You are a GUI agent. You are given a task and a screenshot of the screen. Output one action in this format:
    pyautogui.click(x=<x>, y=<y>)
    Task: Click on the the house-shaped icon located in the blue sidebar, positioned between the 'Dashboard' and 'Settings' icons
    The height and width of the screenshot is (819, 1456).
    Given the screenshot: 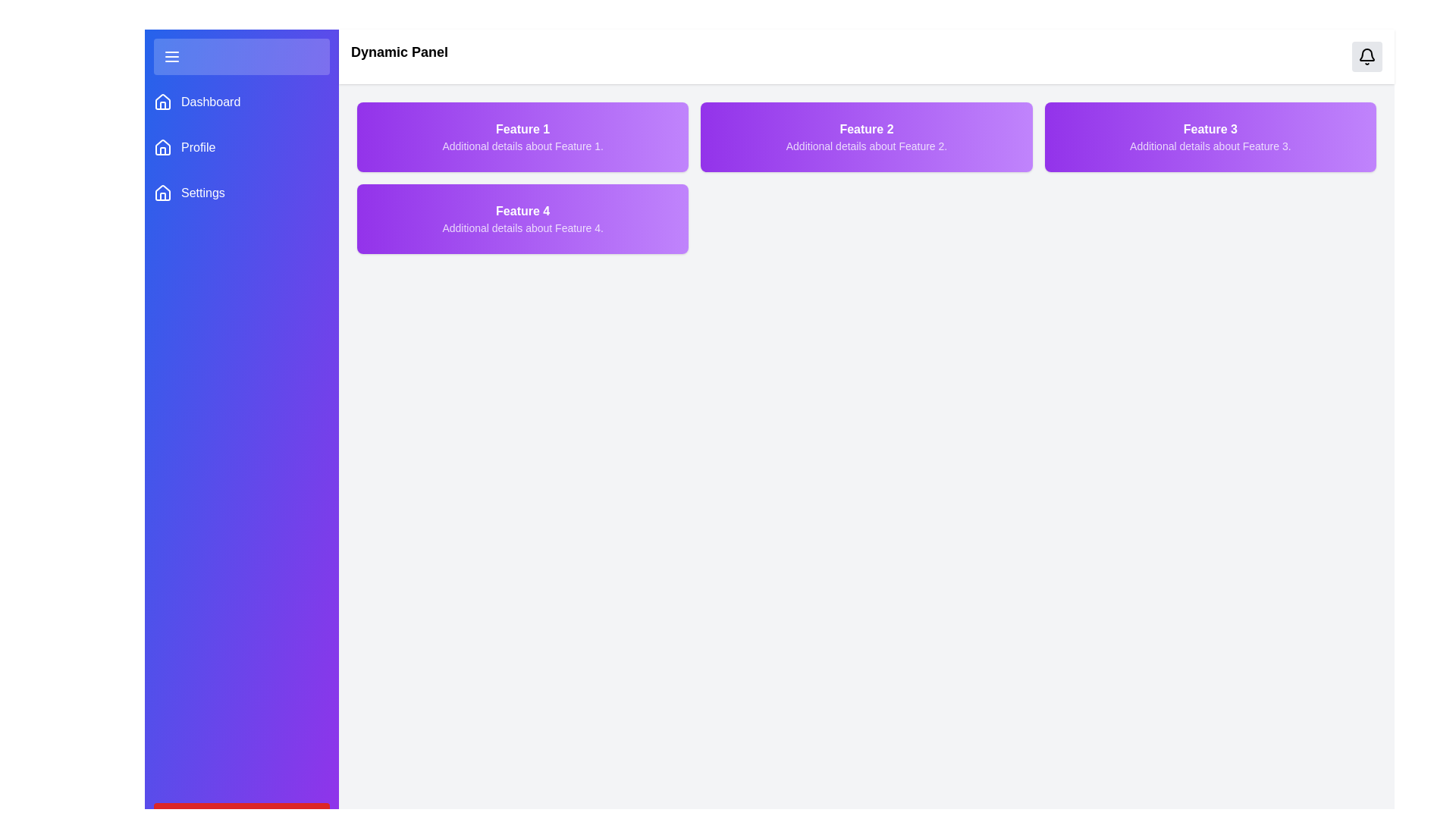 What is the action you would take?
    pyautogui.click(x=163, y=146)
    